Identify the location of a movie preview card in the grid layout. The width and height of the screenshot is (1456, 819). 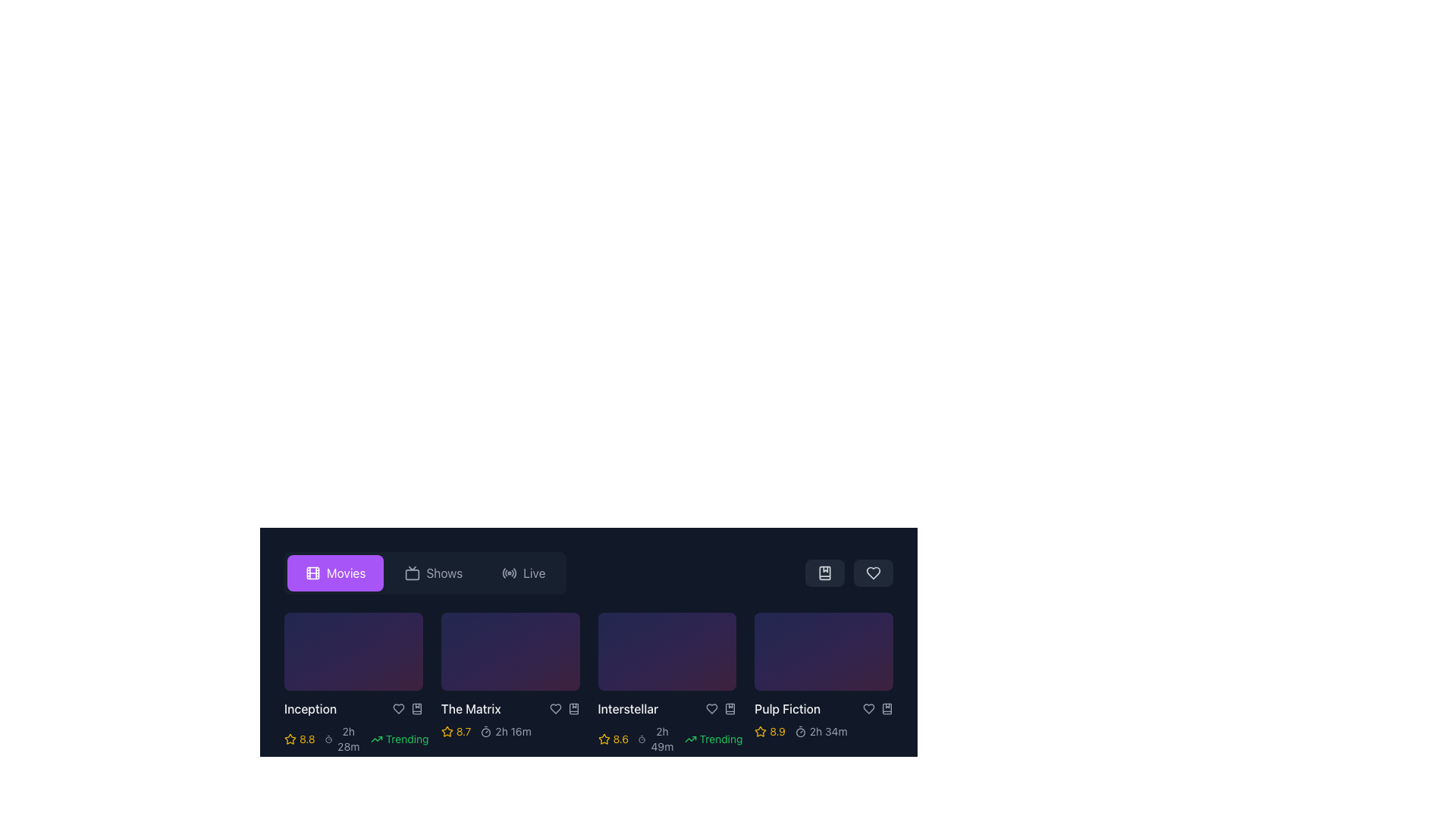
(588, 683).